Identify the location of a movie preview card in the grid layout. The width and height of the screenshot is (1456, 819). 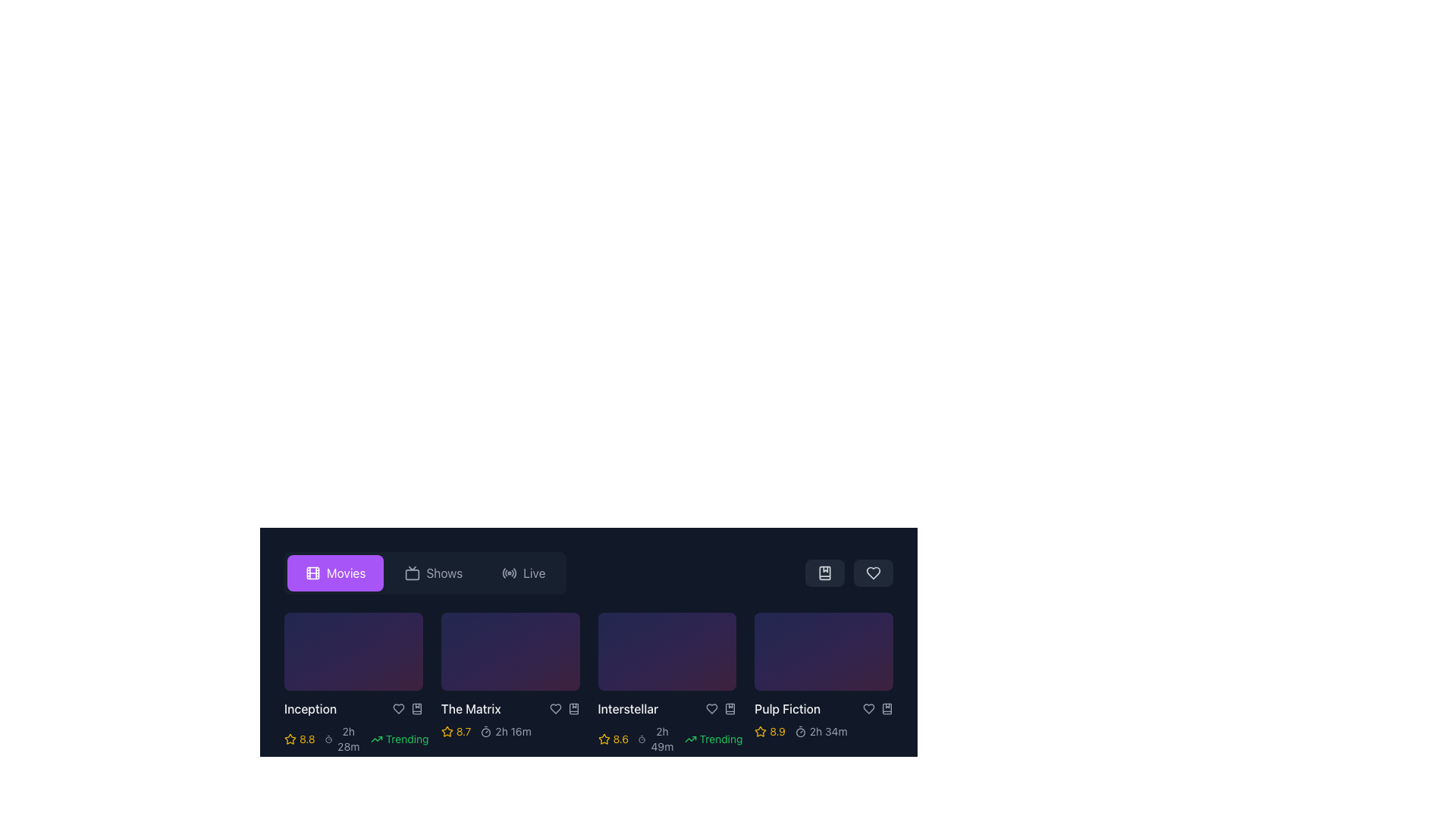
(588, 683).